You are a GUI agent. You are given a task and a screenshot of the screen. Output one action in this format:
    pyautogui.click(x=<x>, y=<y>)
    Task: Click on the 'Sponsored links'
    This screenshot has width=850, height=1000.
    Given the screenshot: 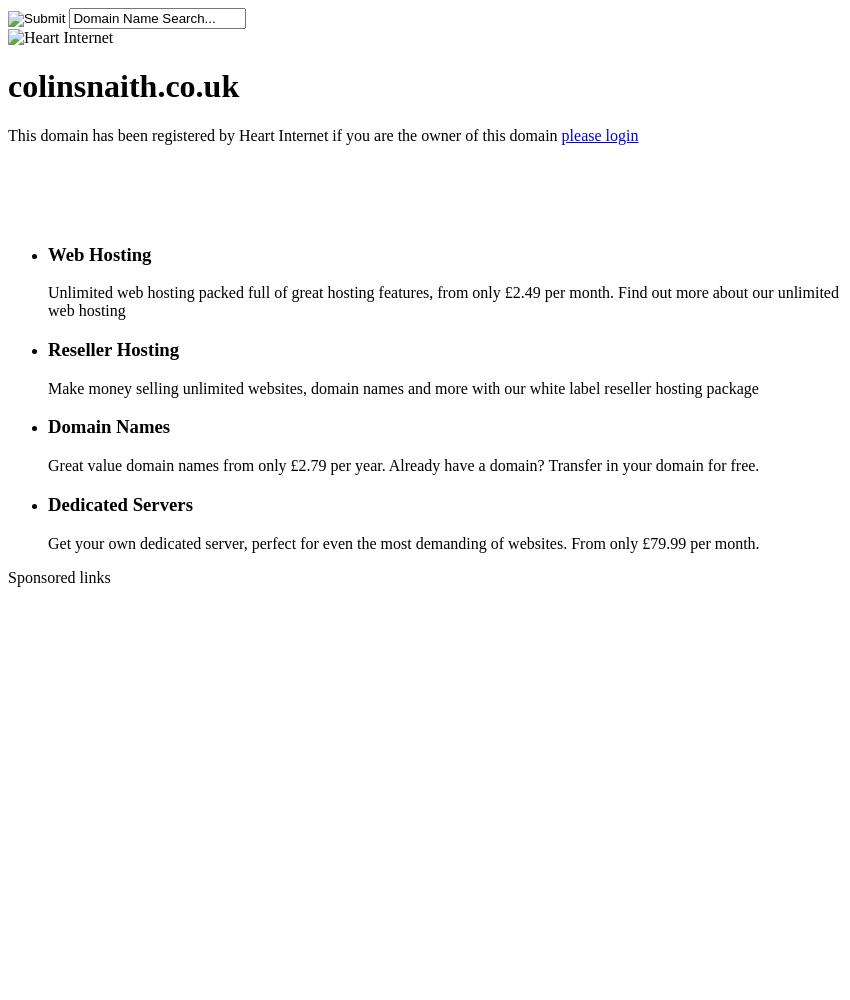 What is the action you would take?
    pyautogui.click(x=58, y=575)
    